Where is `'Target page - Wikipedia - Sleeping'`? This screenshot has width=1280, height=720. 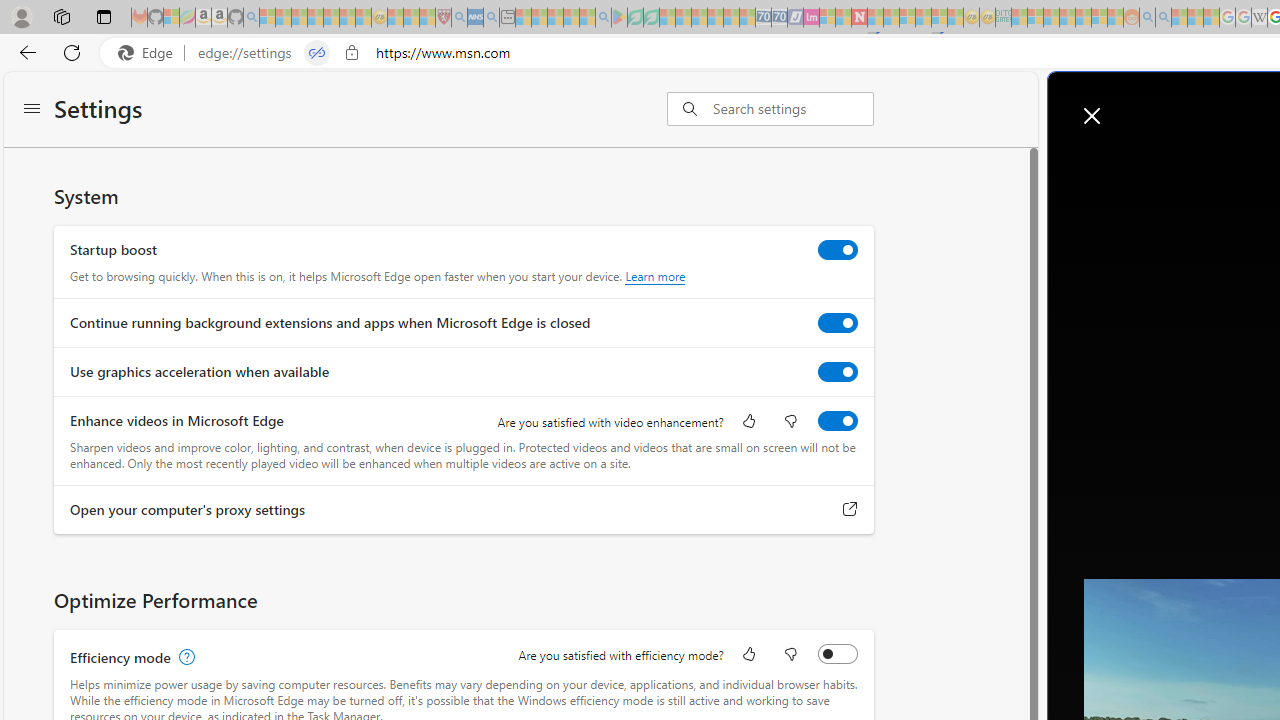 'Target page - Wikipedia - Sleeping' is located at coordinates (1258, 17).